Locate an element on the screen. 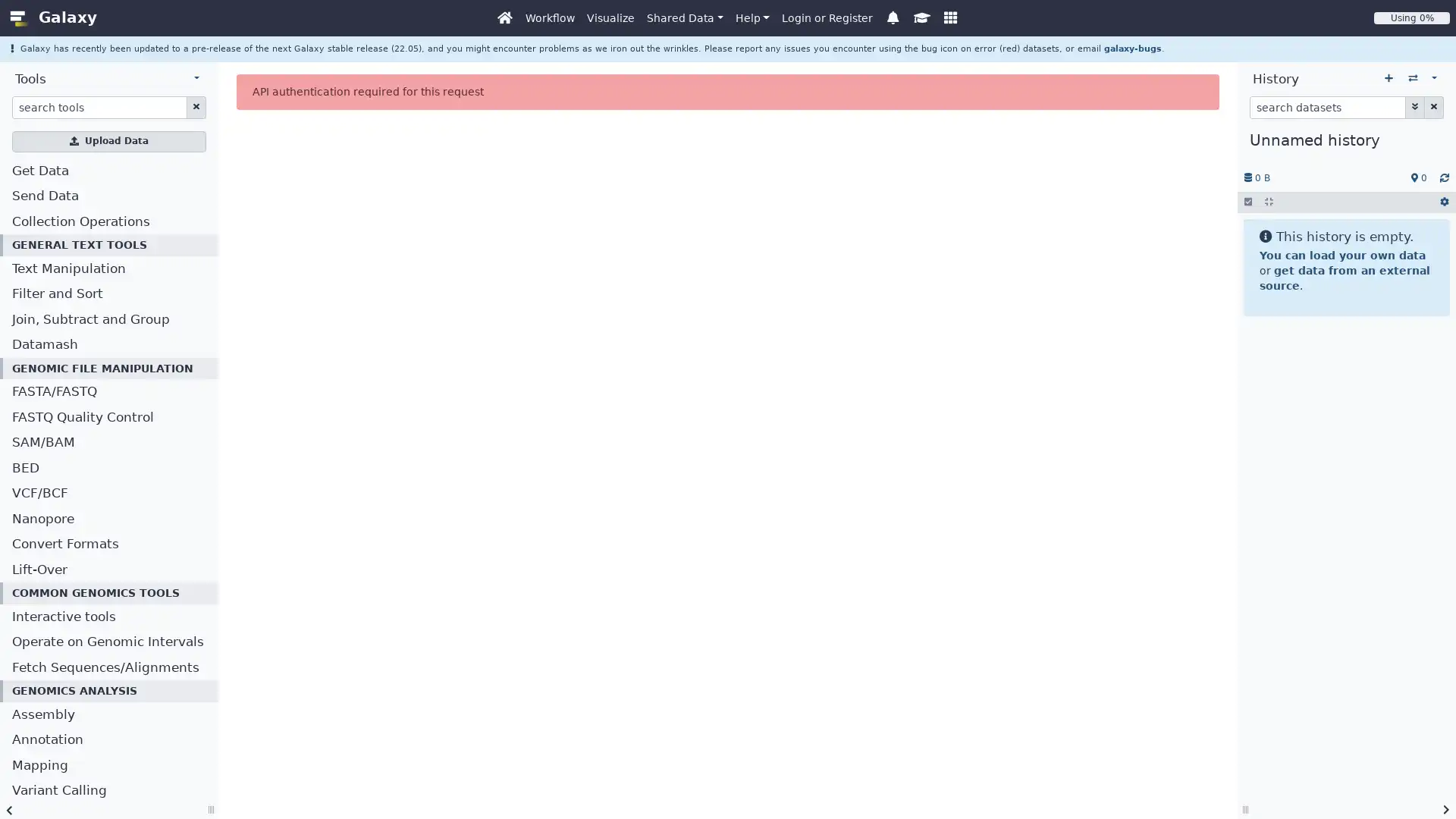 Image resolution: width=1456 pixels, height=819 pixels. Download from URL or upload files from disk is located at coordinates (108, 141).